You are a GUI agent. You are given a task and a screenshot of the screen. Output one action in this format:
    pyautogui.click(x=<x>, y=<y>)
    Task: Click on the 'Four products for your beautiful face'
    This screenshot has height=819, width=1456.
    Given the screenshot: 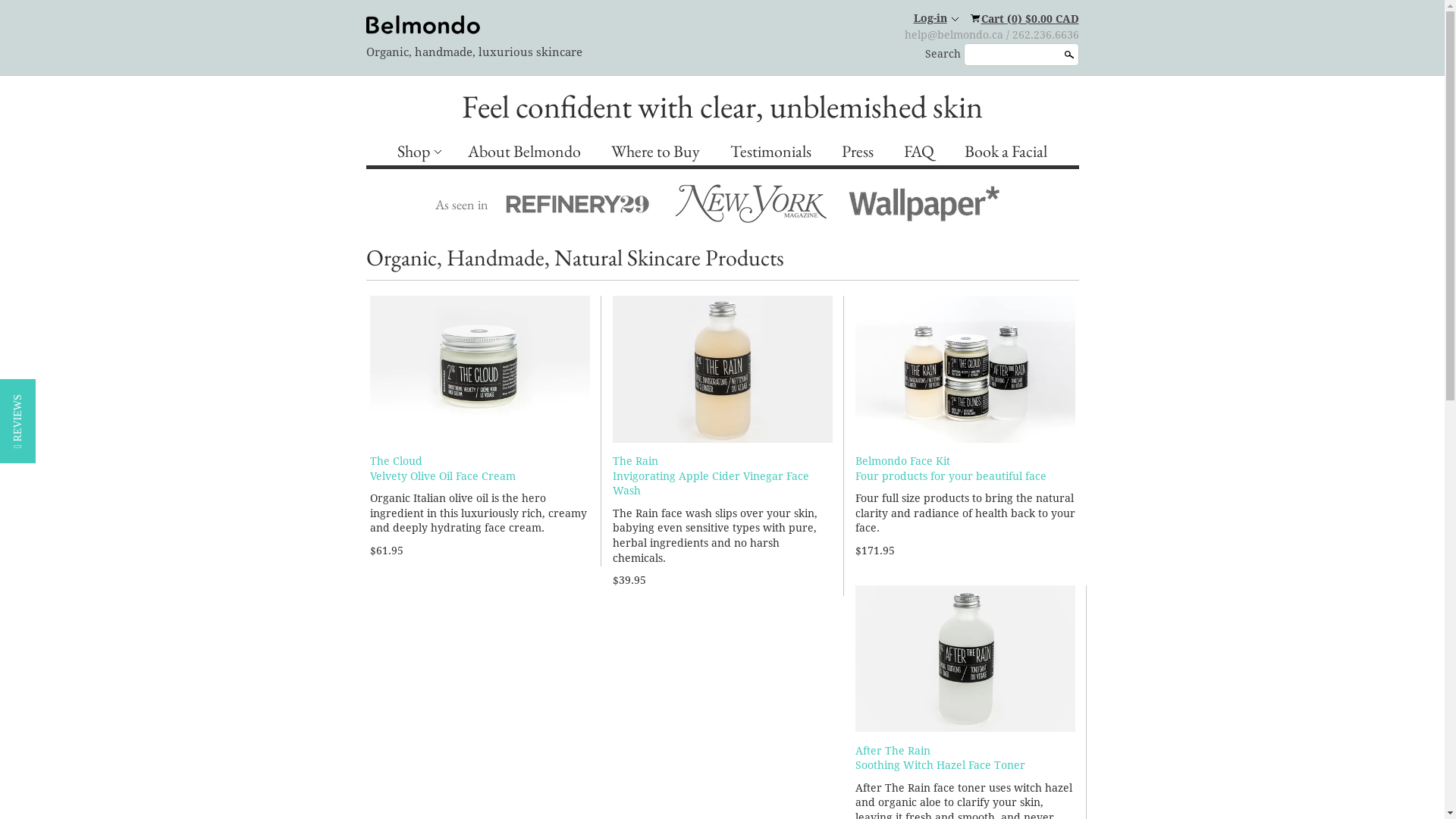 What is the action you would take?
    pyautogui.click(x=949, y=475)
    